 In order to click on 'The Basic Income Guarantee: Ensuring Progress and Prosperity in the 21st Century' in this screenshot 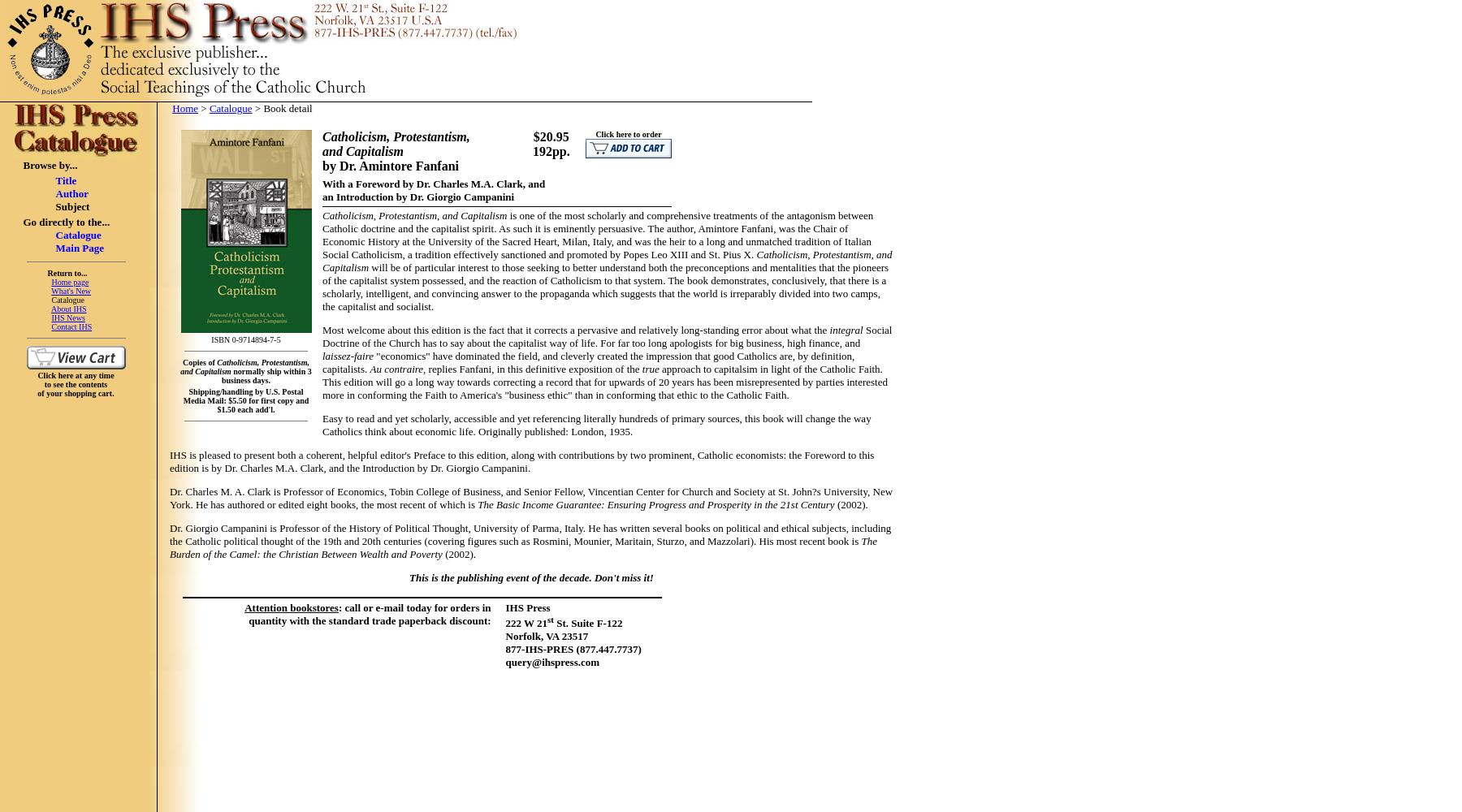, I will do `click(655, 503)`.